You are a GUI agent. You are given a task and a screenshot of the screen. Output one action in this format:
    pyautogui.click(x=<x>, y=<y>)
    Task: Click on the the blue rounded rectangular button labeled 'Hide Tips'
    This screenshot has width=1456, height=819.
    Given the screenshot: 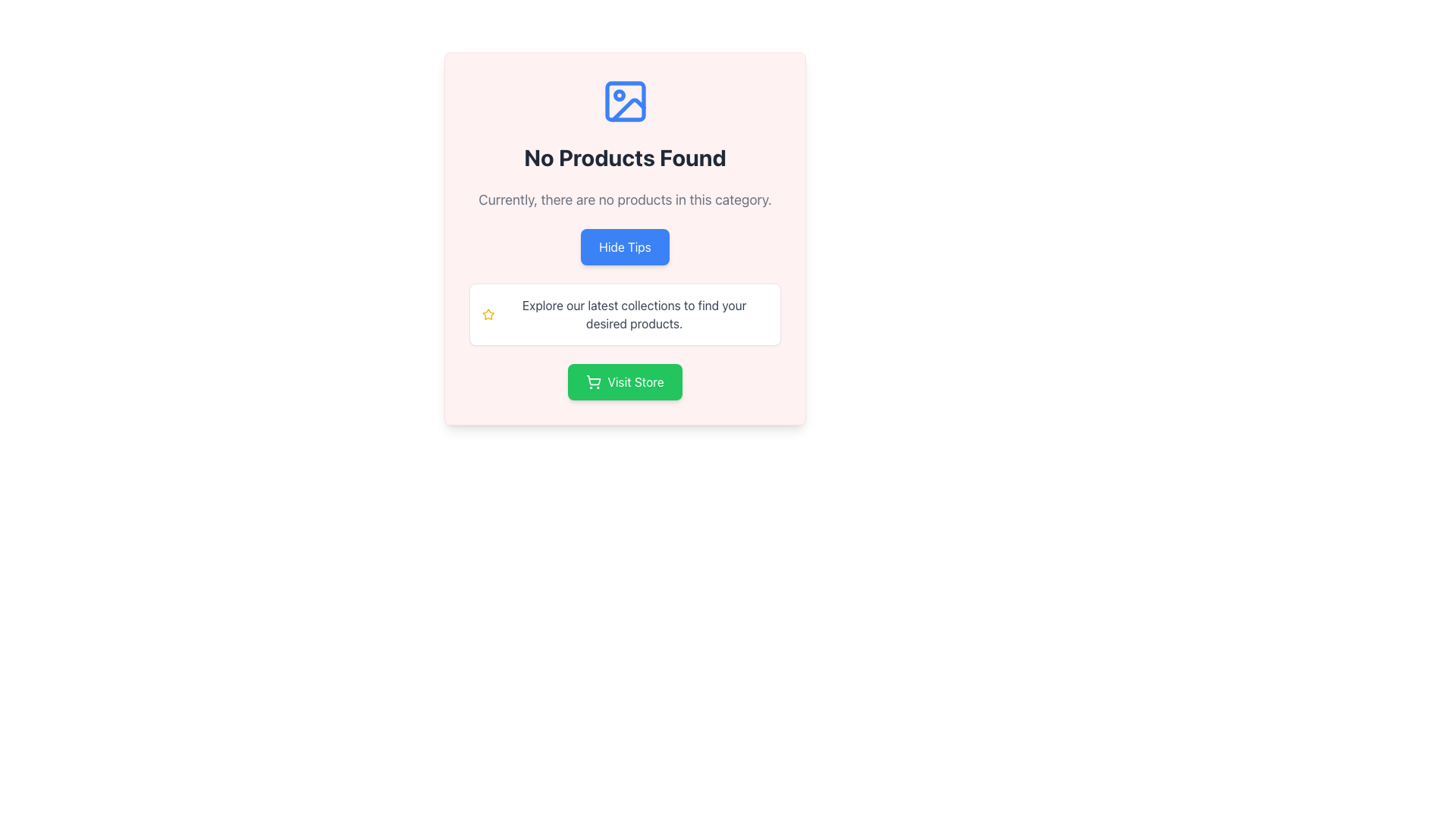 What is the action you would take?
    pyautogui.click(x=625, y=239)
    